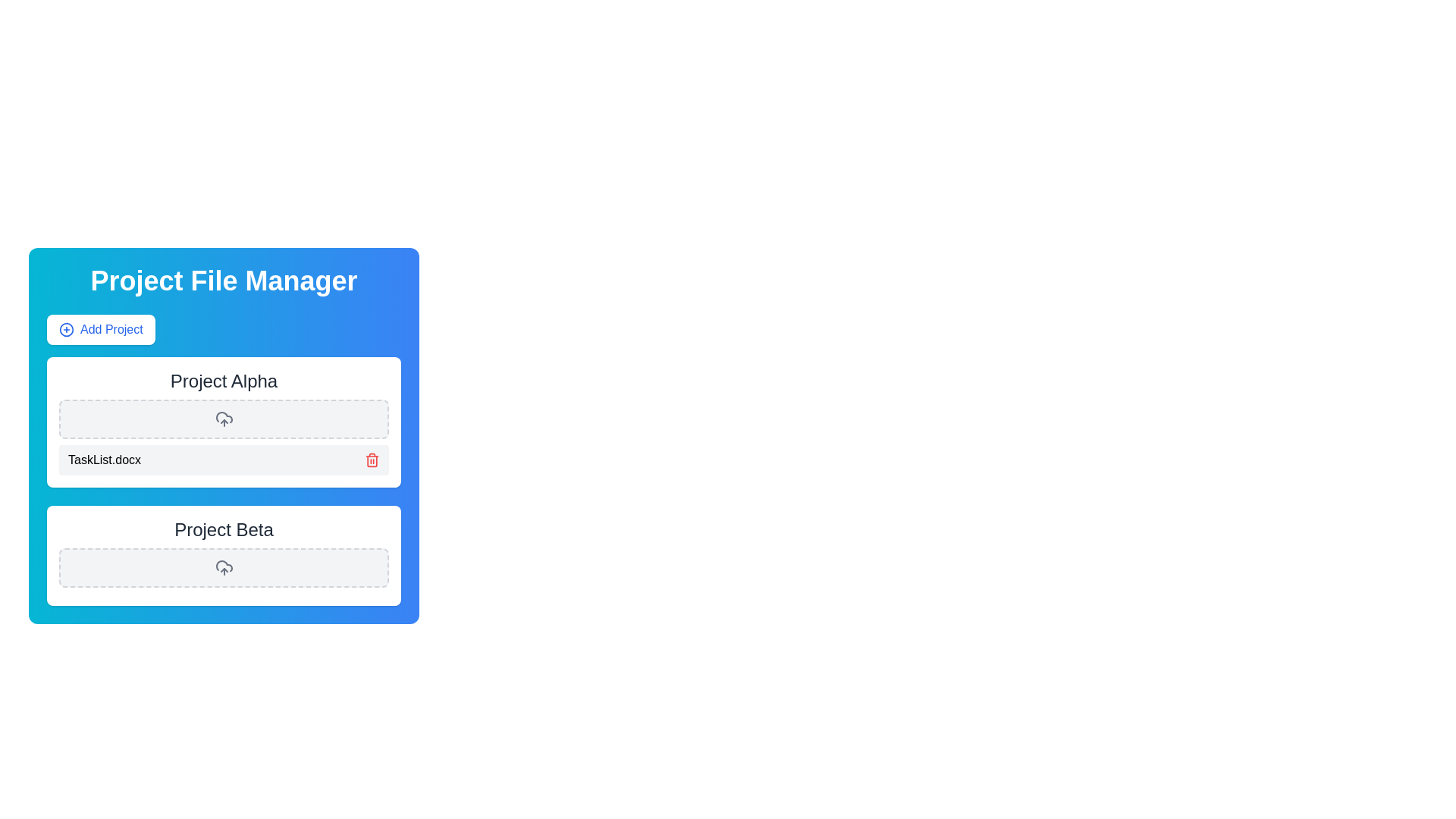 The height and width of the screenshot is (819, 1456). What do you see at coordinates (223, 567) in the screenshot?
I see `the cloud upload icon in the 'Project Beta' section` at bounding box center [223, 567].